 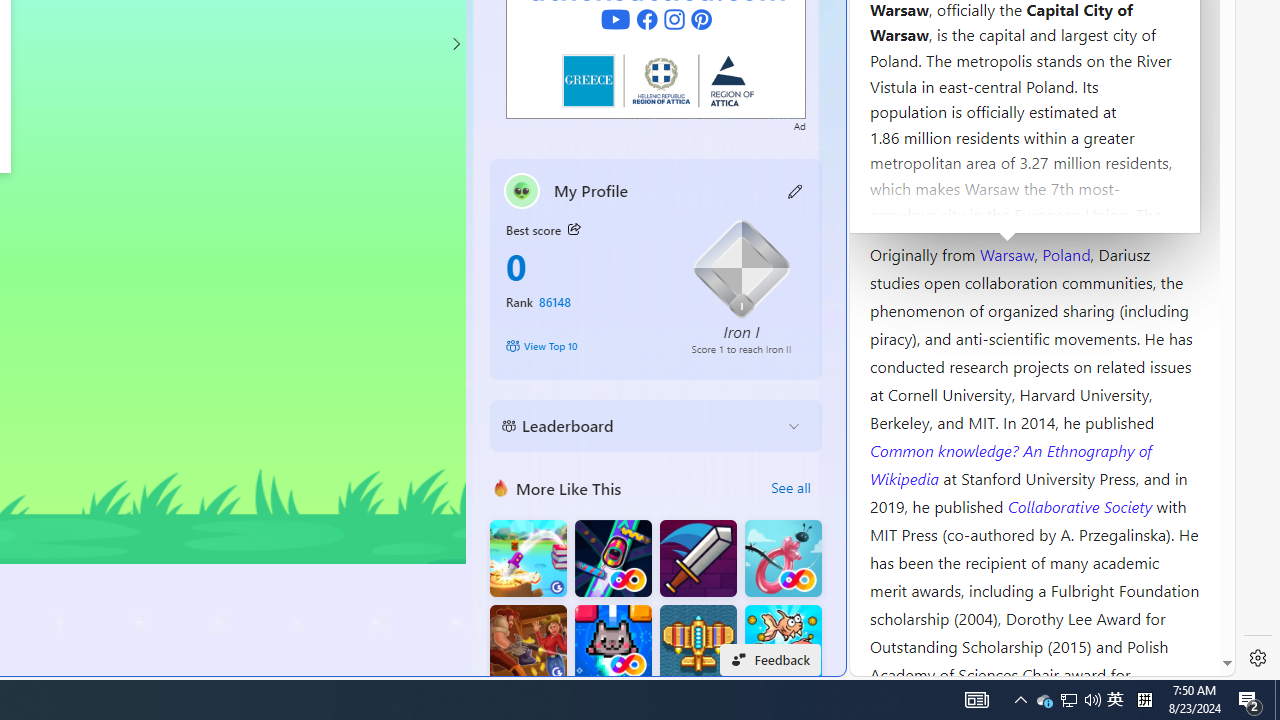 I want to click on 'Settings', so click(x=1257, y=658).